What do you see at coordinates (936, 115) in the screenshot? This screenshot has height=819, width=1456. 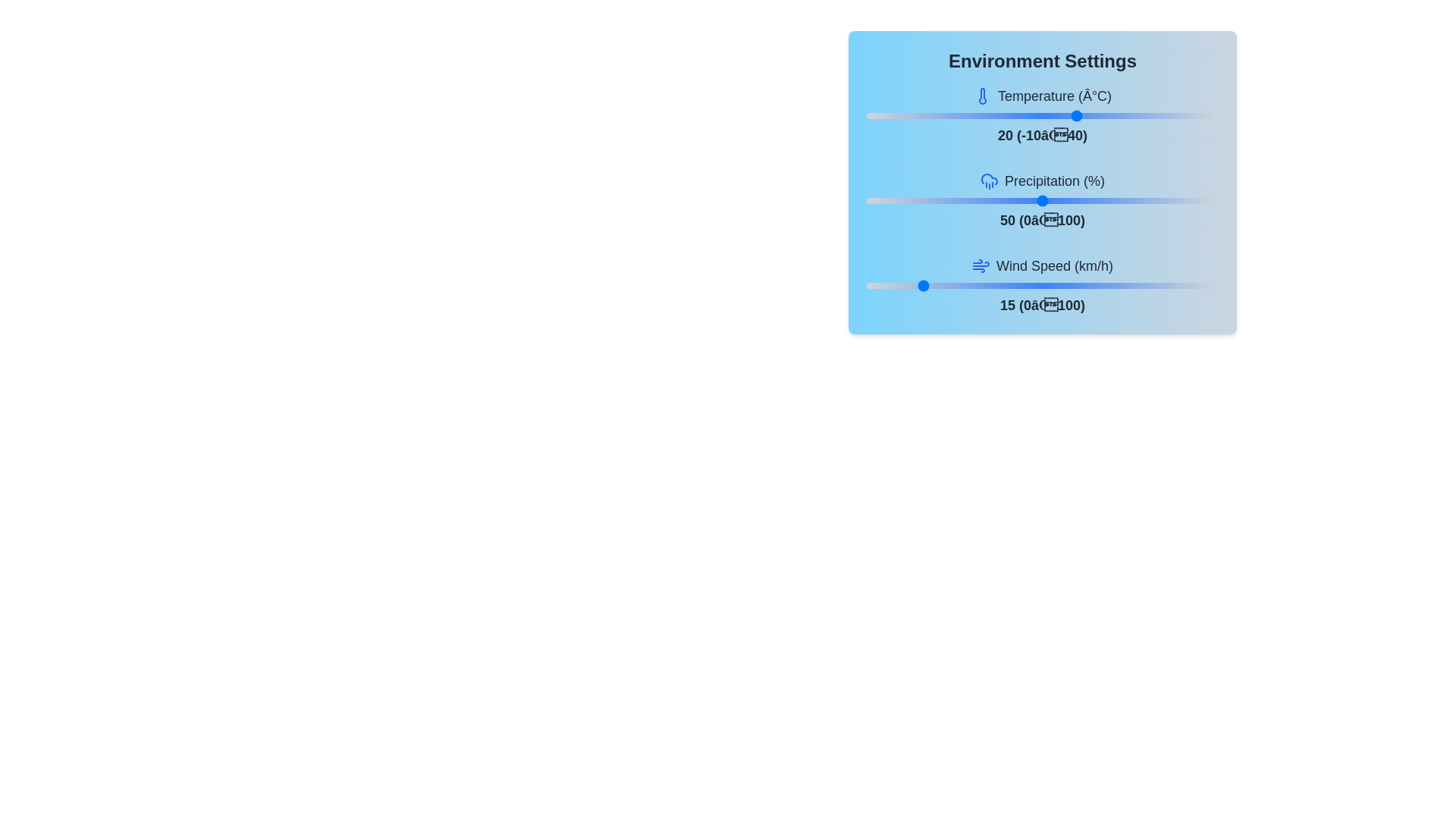 I see `the temperature` at bounding box center [936, 115].